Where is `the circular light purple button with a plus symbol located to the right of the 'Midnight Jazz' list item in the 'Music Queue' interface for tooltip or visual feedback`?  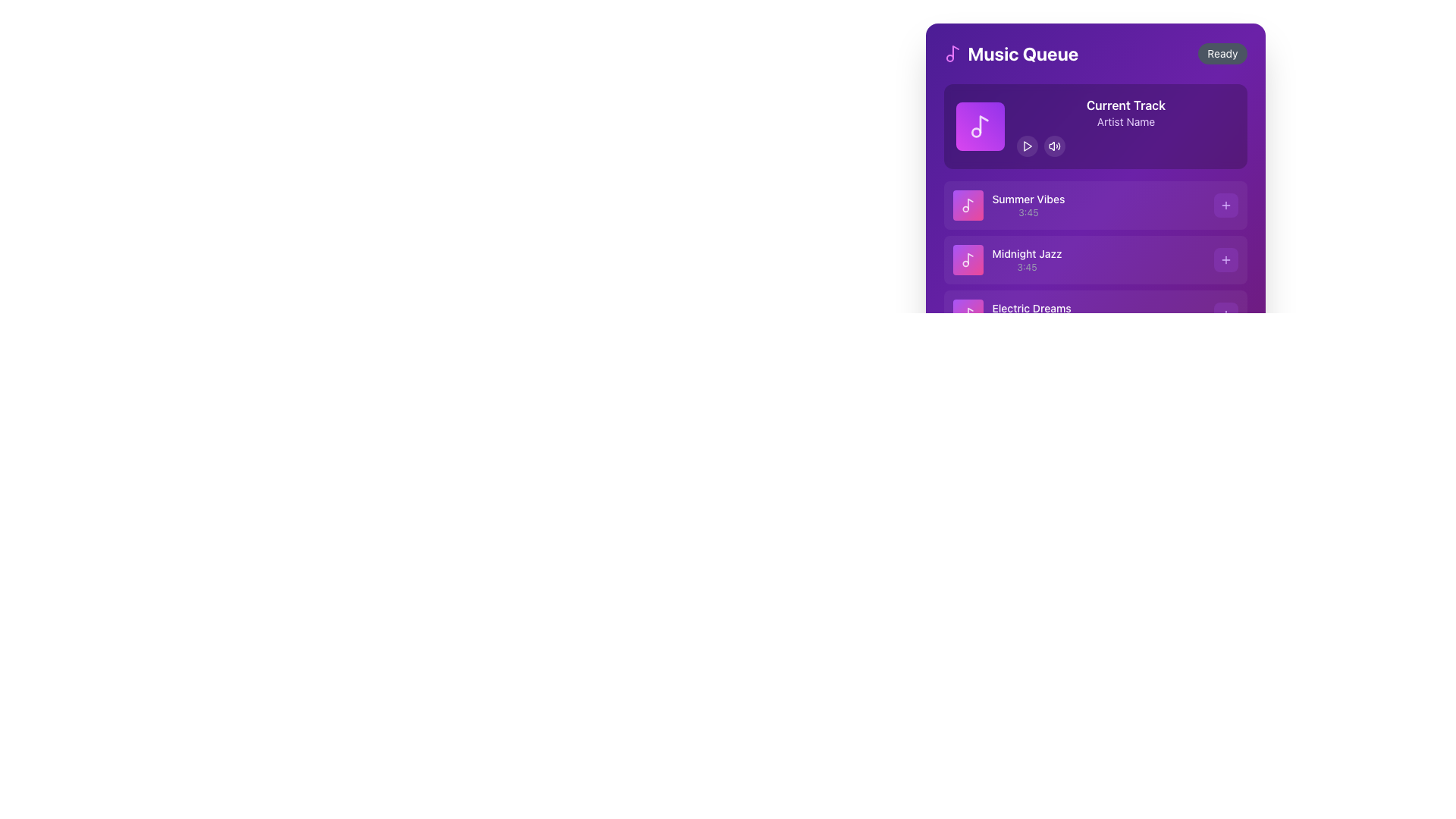
the circular light purple button with a plus symbol located to the right of the 'Midnight Jazz' list item in the 'Music Queue' interface for tooltip or visual feedback is located at coordinates (1225, 259).